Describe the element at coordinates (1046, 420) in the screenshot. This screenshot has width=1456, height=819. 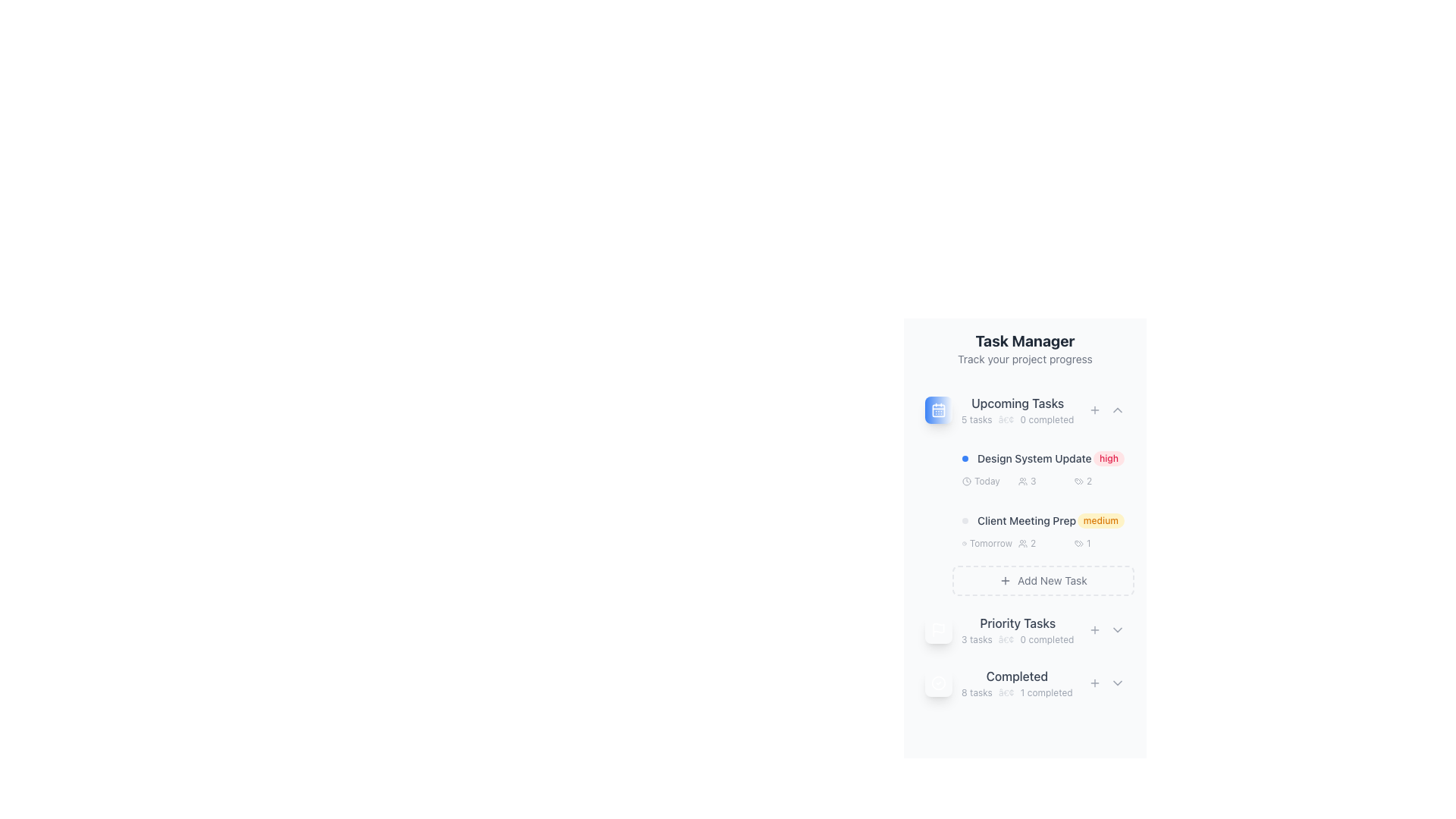
I see `the status text label displaying completed tasks in the 'Upcoming Tasks' category, positioned to the right of '5 tasks.'` at that location.